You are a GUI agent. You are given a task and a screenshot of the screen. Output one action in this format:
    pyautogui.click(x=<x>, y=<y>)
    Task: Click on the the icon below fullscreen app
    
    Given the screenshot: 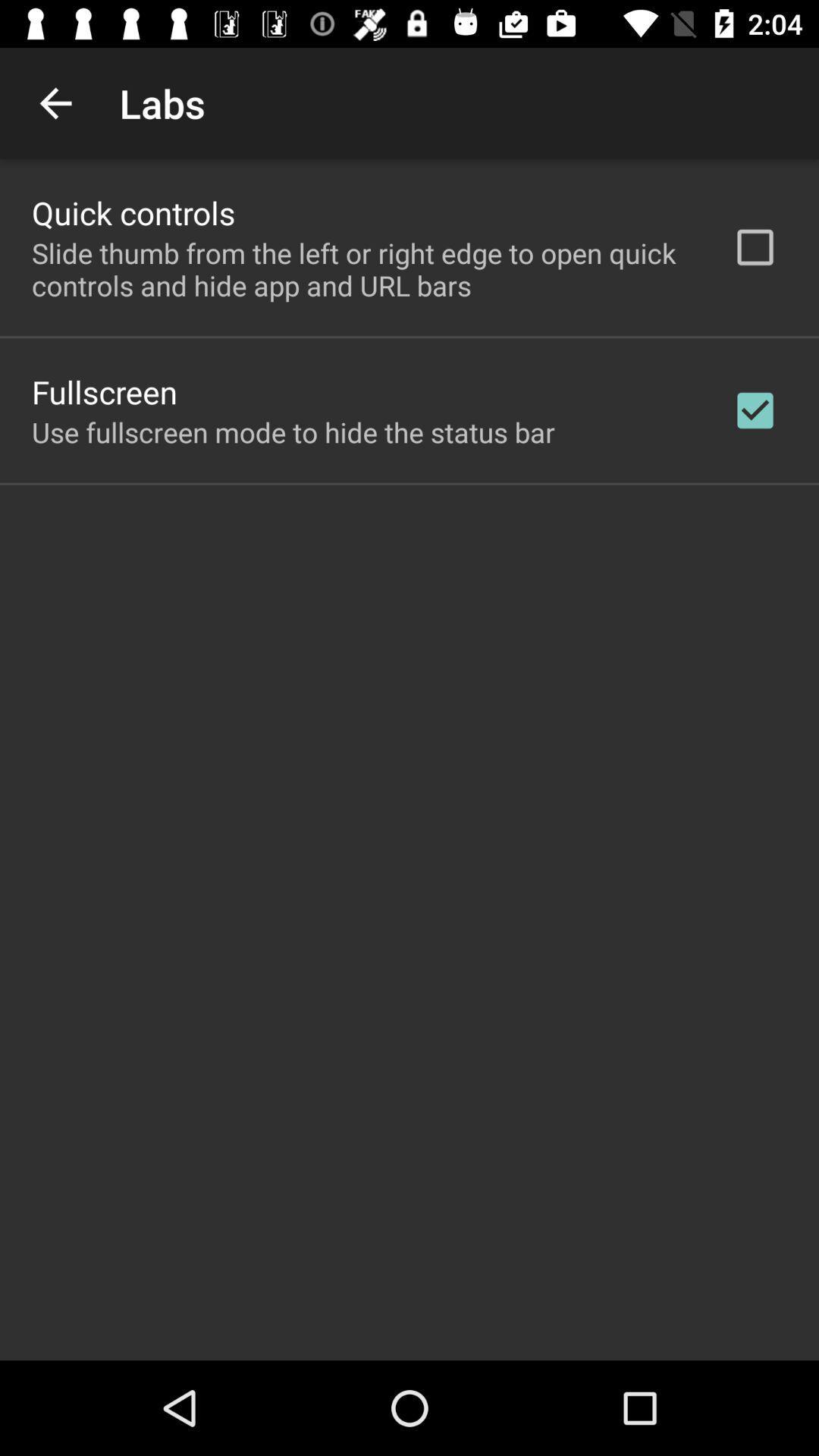 What is the action you would take?
    pyautogui.click(x=293, y=431)
    